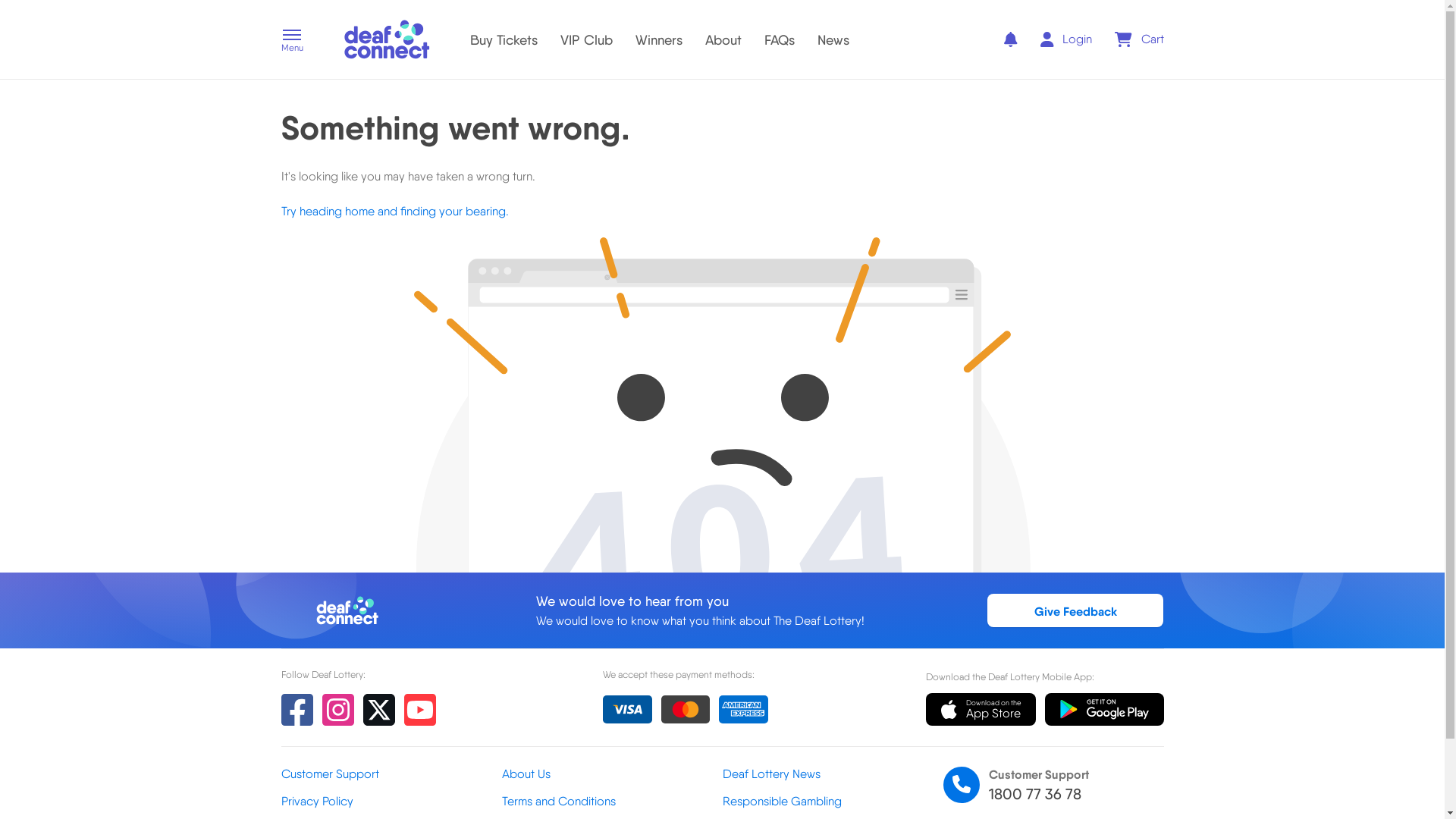 Image resolution: width=1456 pixels, height=819 pixels. Describe the element at coordinates (1065, 38) in the screenshot. I see `'Login'` at that location.